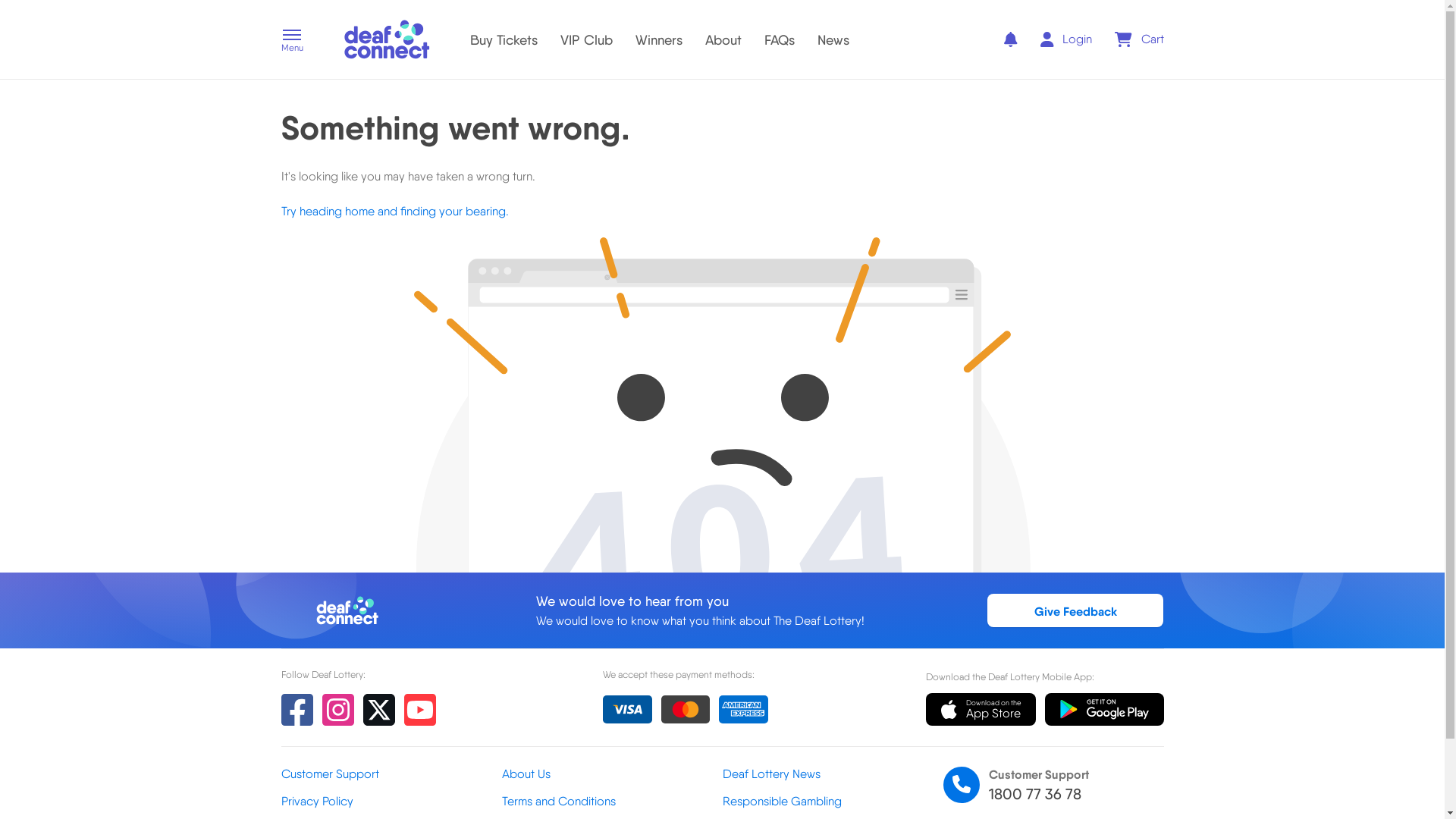 Image resolution: width=1456 pixels, height=819 pixels. Describe the element at coordinates (1065, 38) in the screenshot. I see `'Login'` at that location.